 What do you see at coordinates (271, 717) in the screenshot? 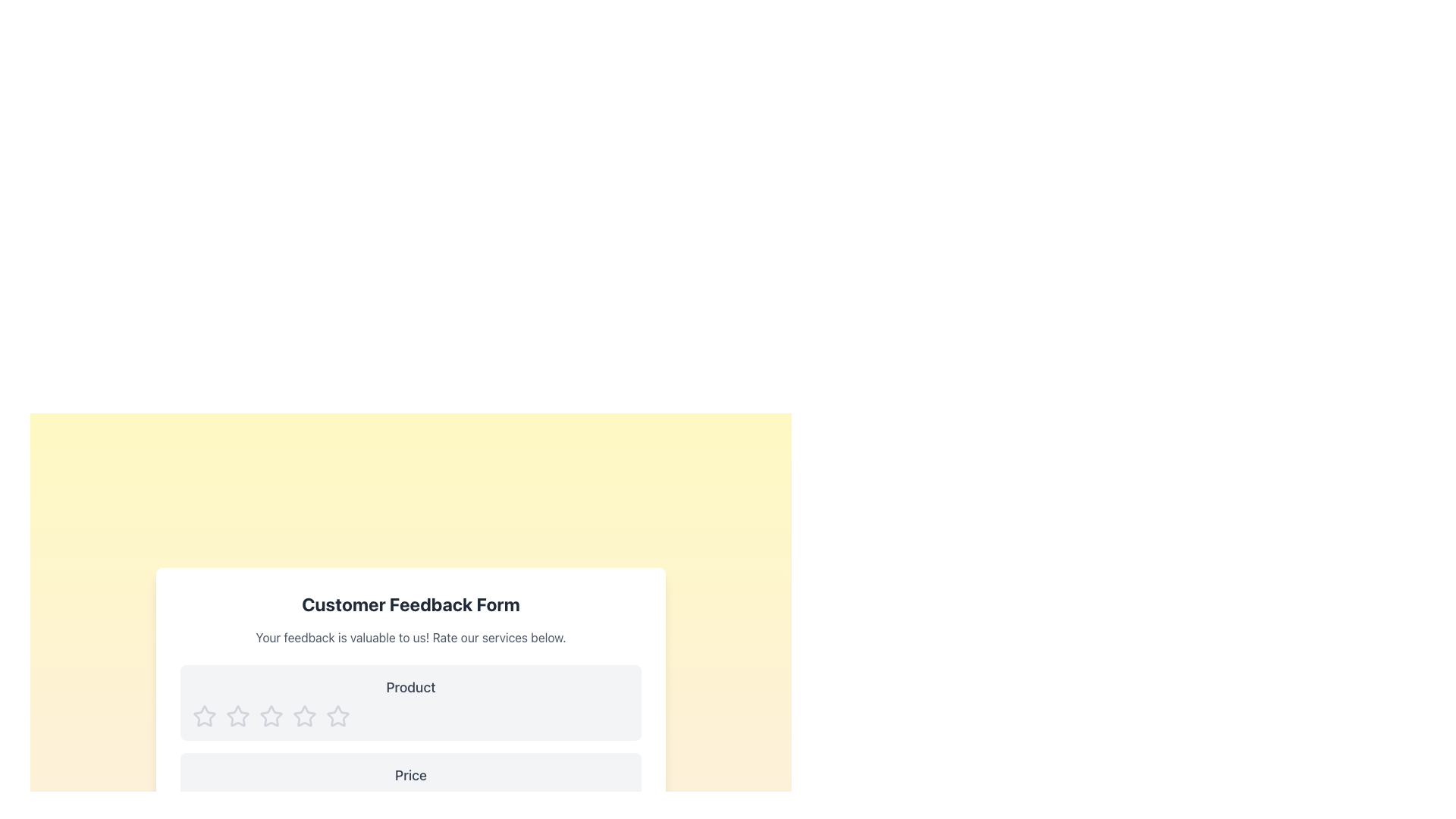
I see `the fourth star icon` at bounding box center [271, 717].